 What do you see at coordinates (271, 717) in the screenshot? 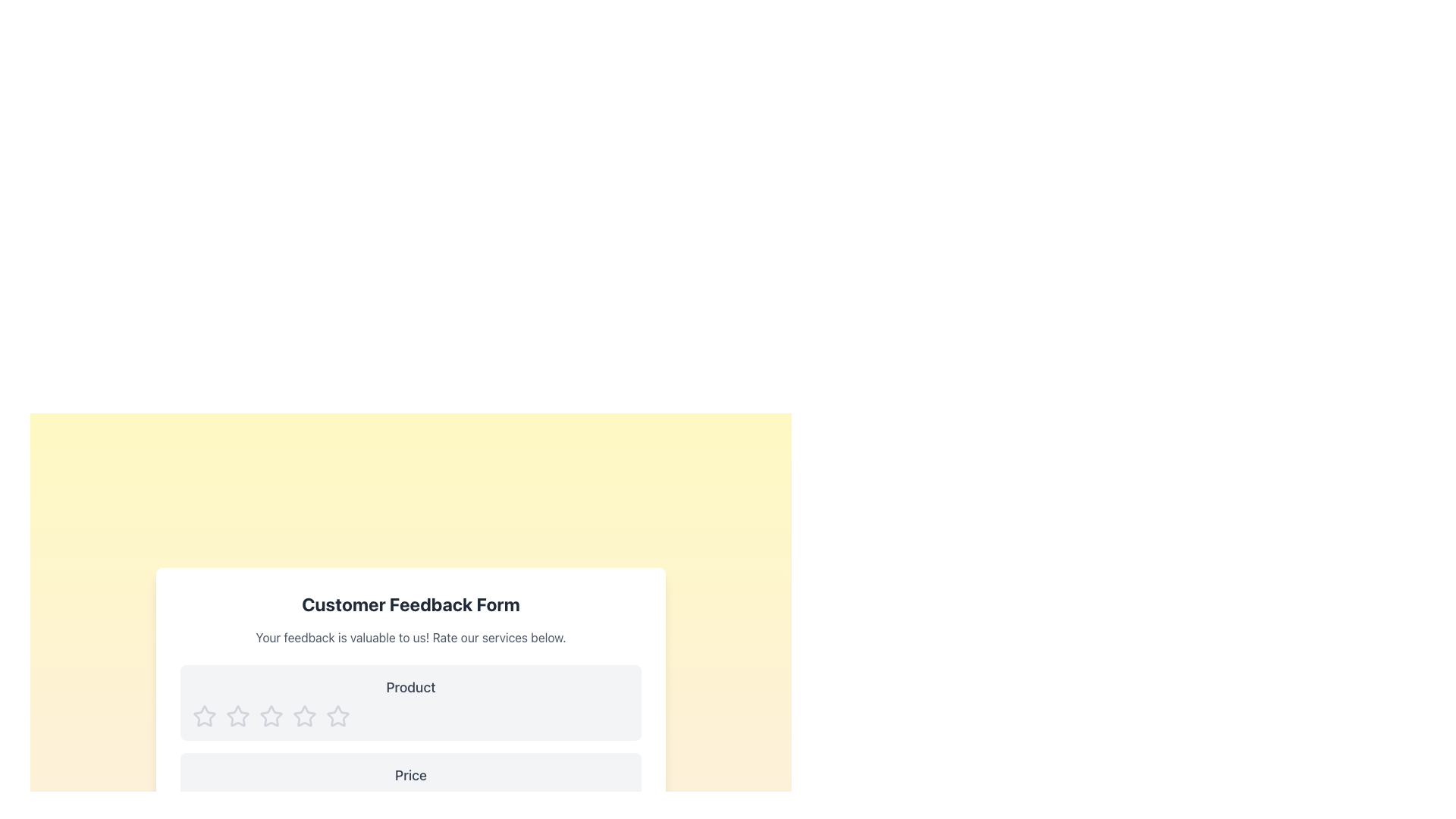
I see `the fourth star icon` at bounding box center [271, 717].